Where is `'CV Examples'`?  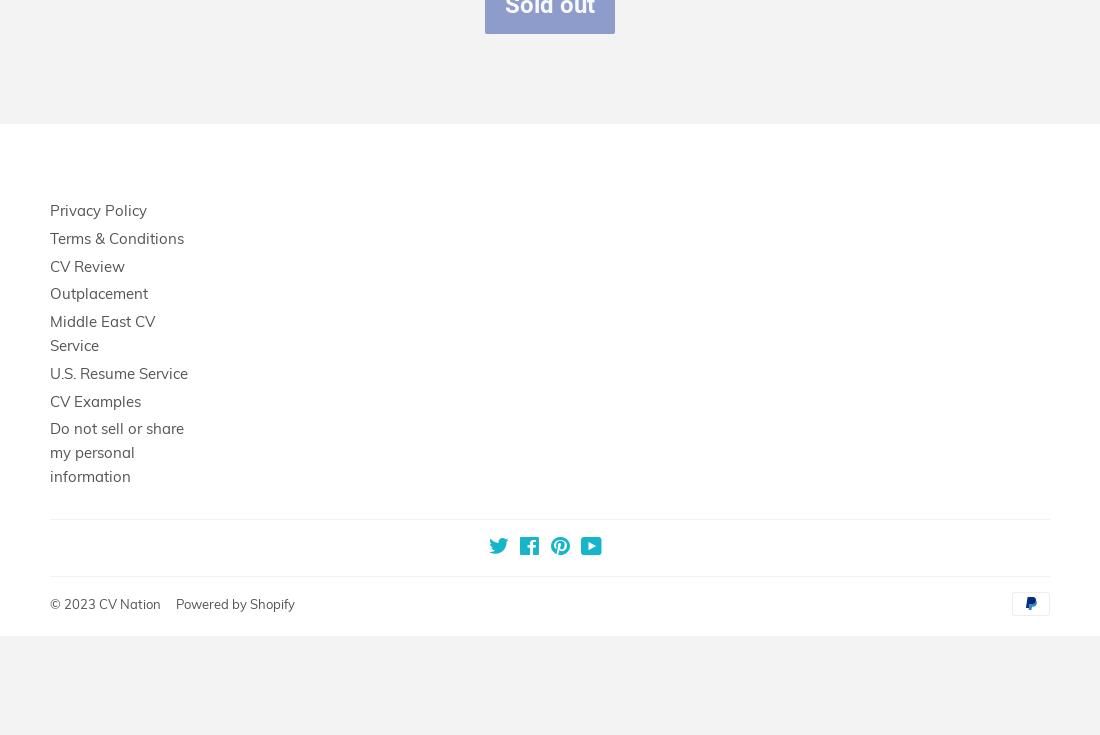
'CV Examples' is located at coordinates (95, 400).